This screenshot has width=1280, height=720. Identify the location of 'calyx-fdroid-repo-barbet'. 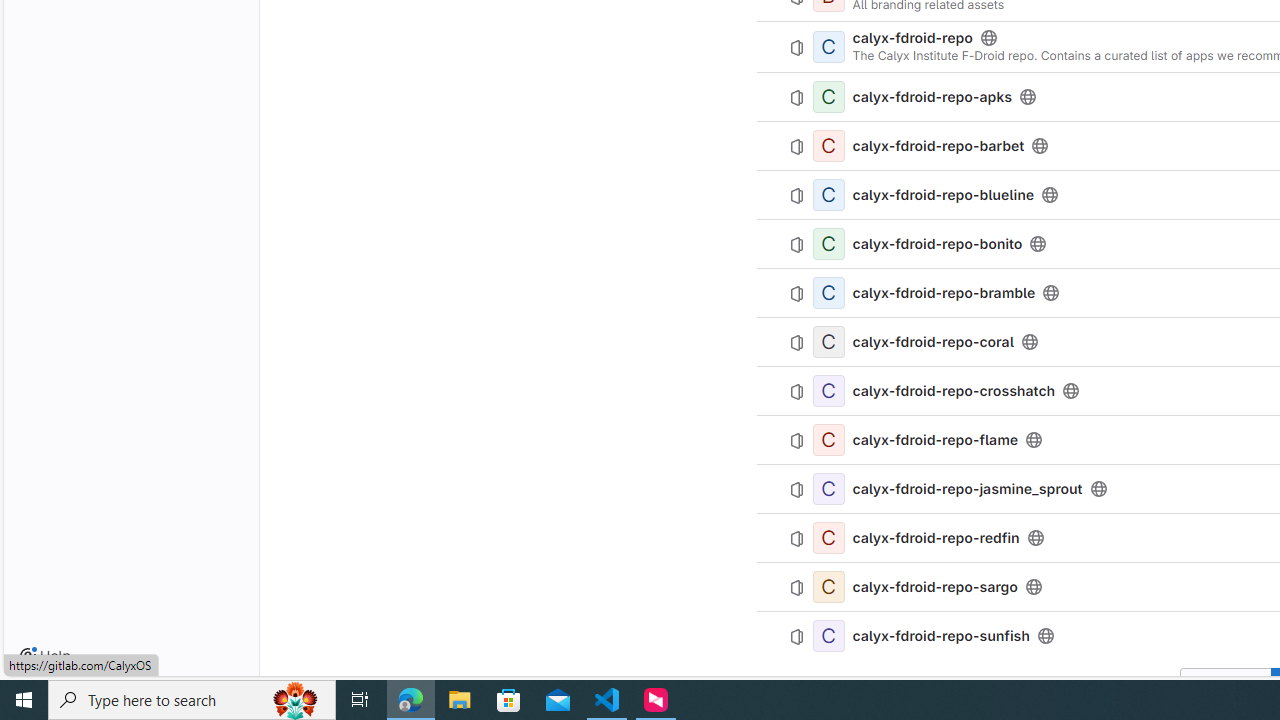
(937, 145).